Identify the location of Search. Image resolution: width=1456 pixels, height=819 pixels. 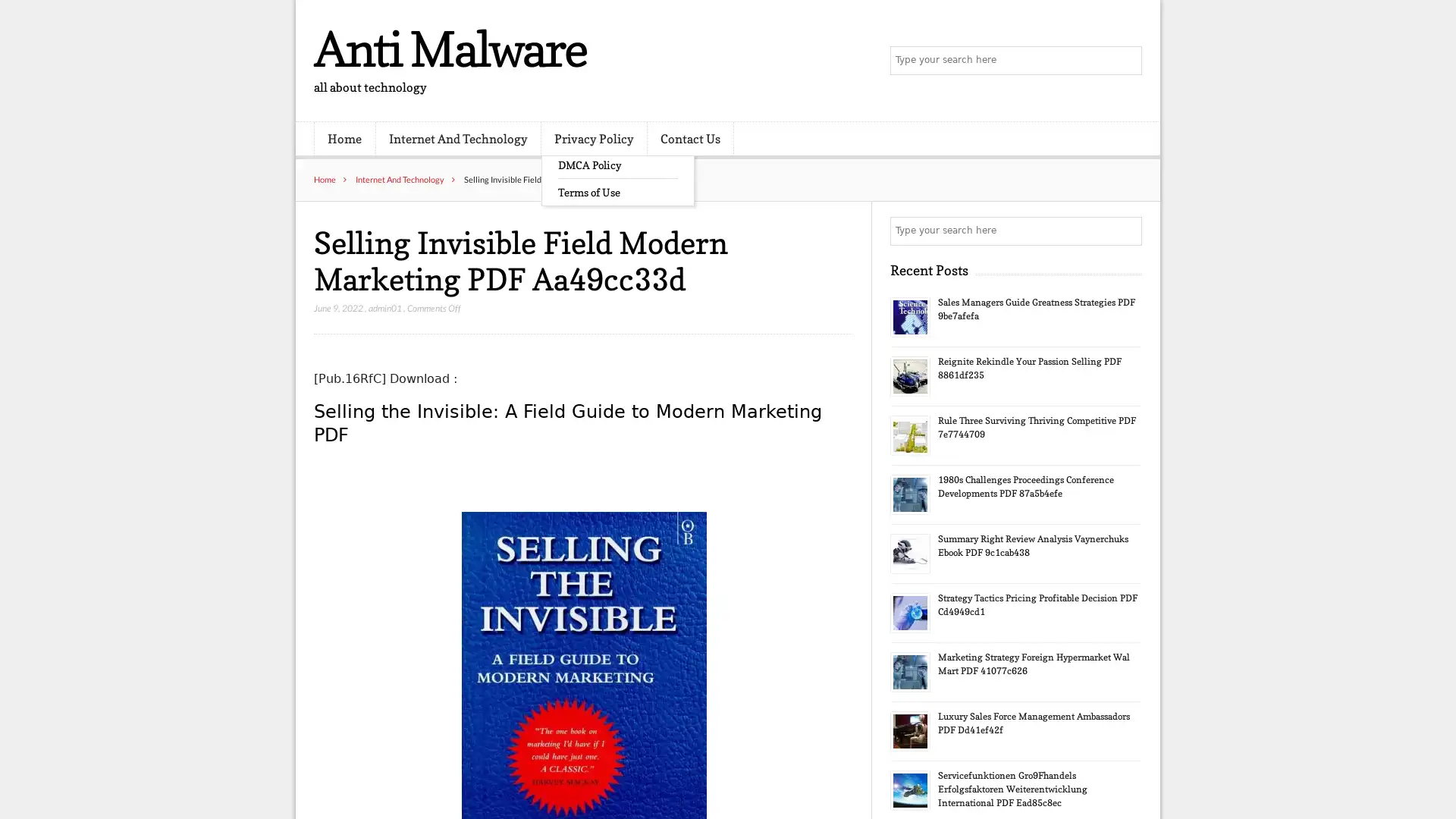
(1126, 61).